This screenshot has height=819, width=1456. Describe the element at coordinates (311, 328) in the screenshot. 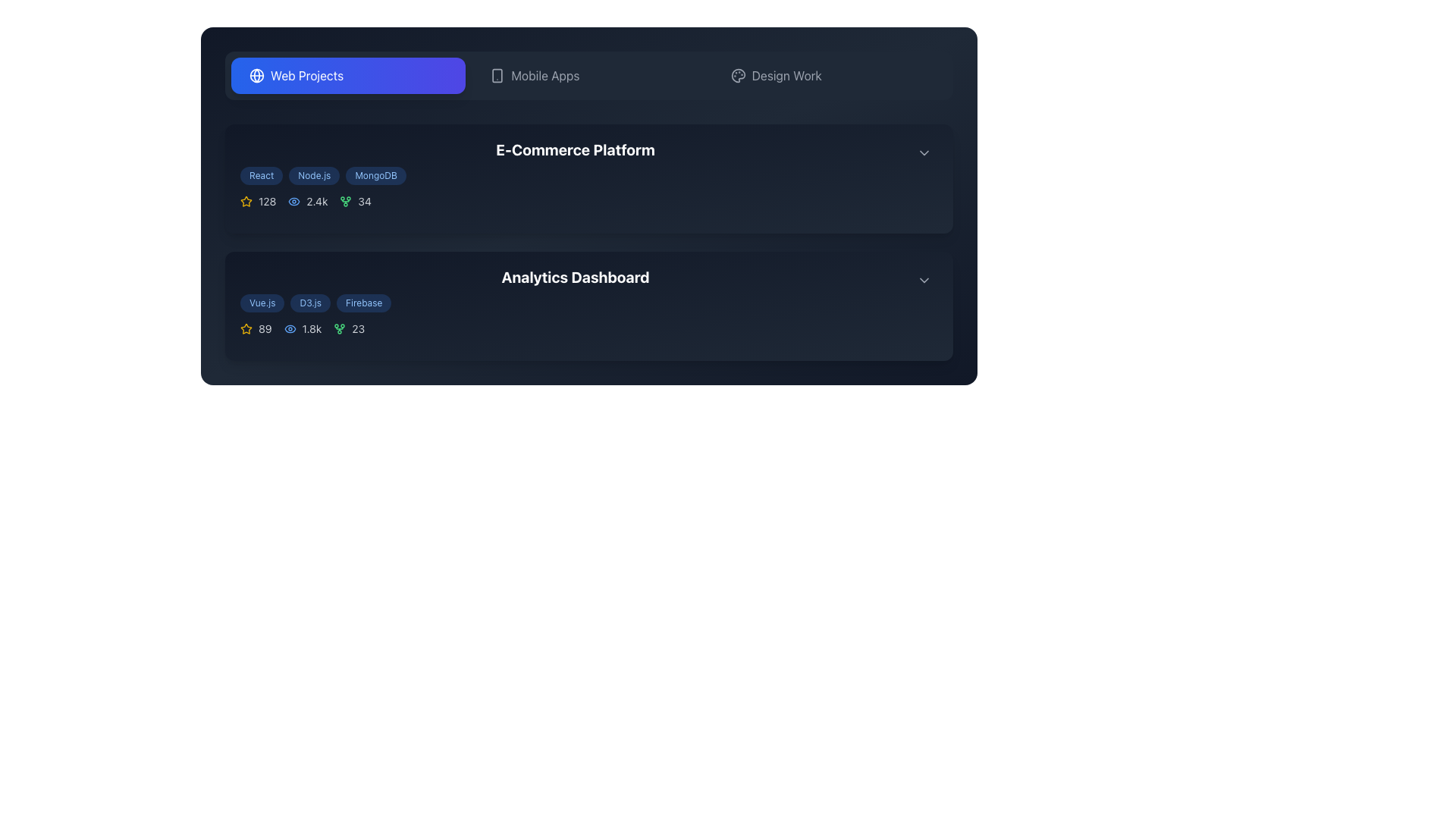

I see `the text label displaying the view count in the 'Analytics Dashboard' section, located centrally below the dashboard heading and adjacent to other statistics` at that location.